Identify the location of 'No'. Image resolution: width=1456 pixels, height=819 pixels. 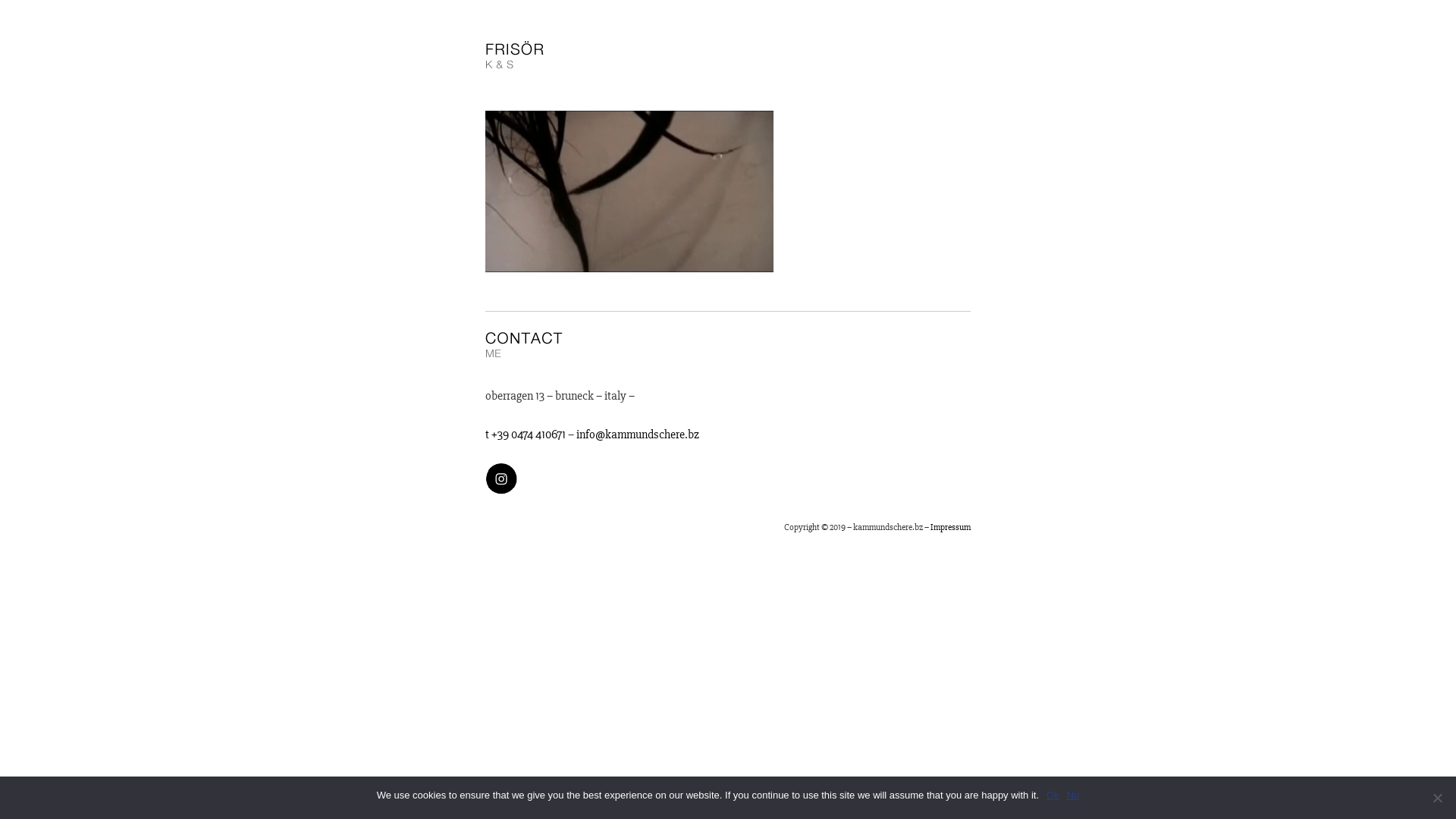
(1436, 797).